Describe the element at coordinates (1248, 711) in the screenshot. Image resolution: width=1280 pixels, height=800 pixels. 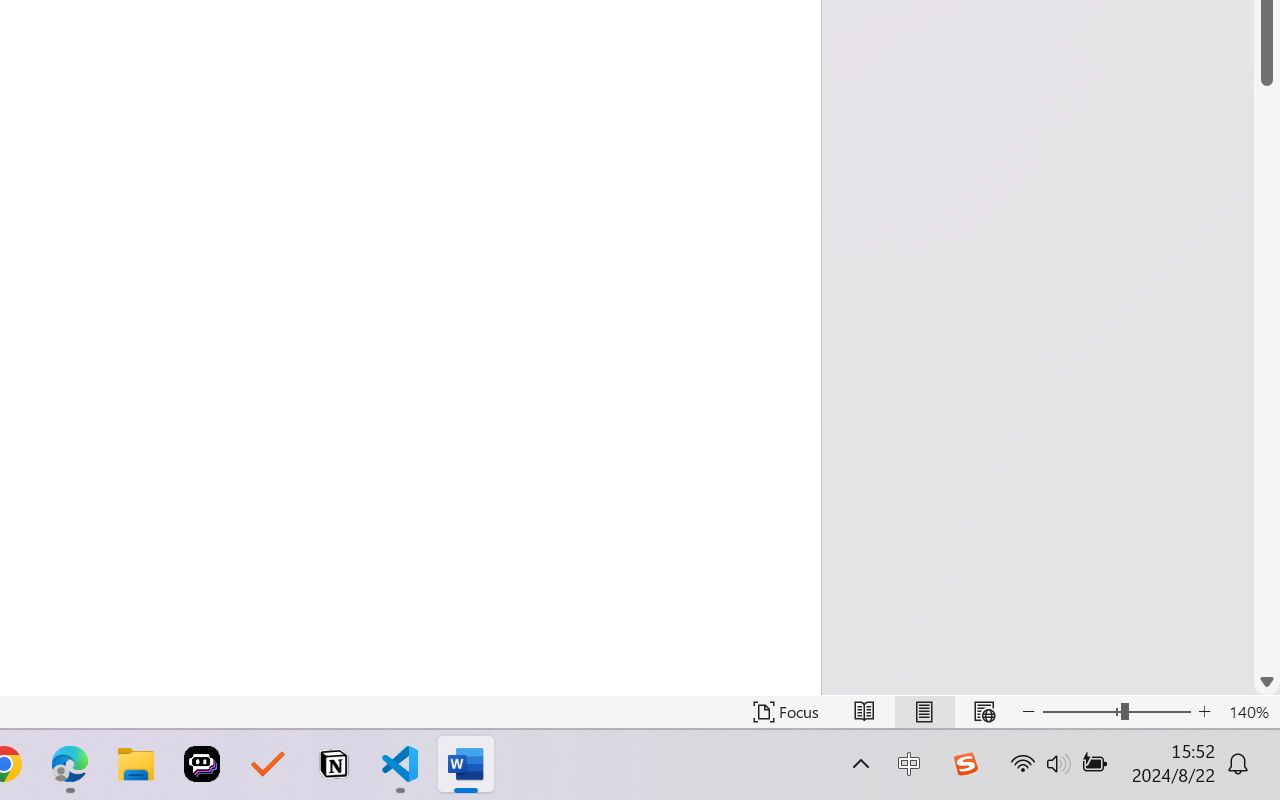
I see `'Zoom 140%'` at that location.